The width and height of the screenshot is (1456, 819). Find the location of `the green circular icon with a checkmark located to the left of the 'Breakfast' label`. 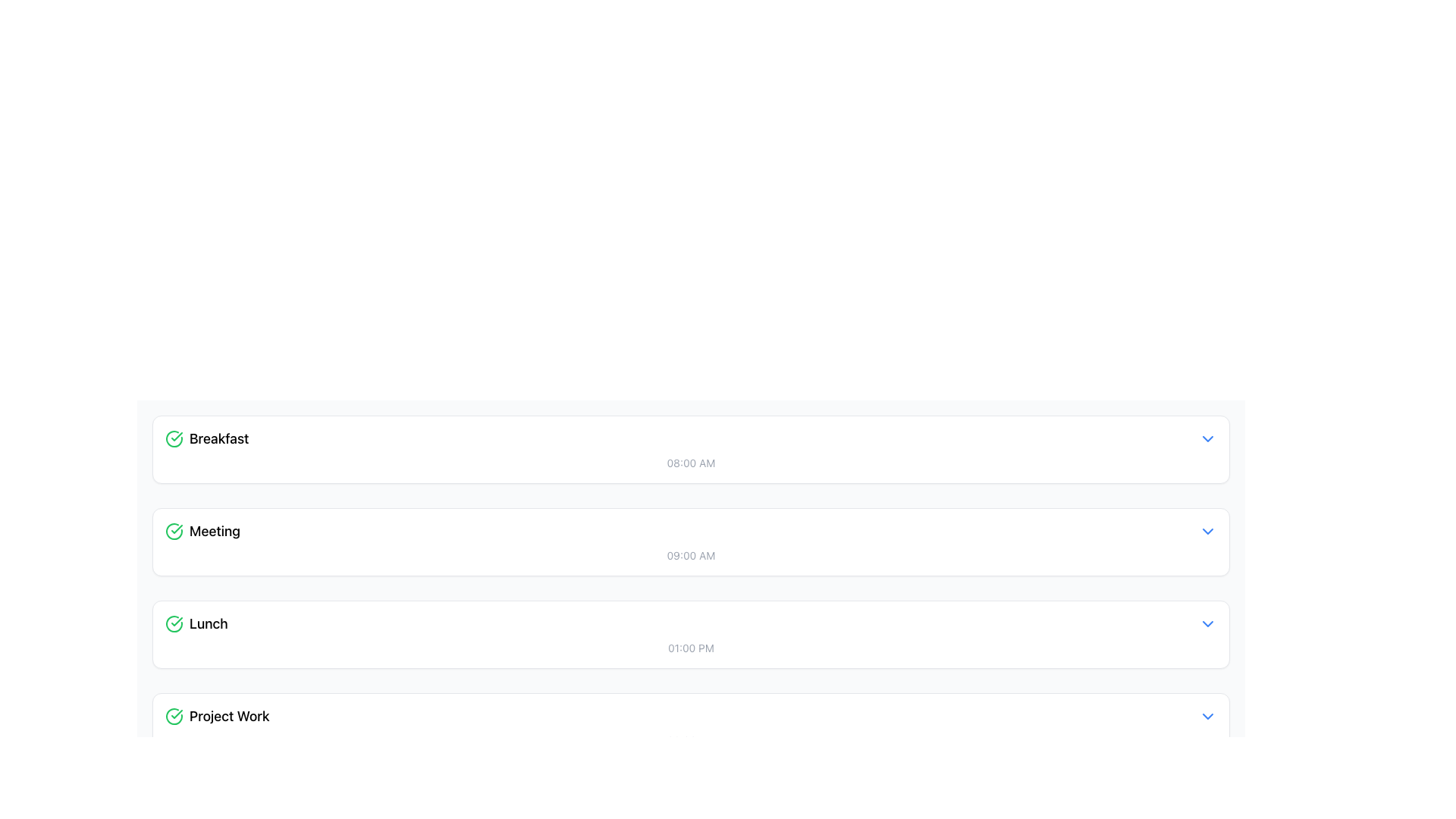

the green circular icon with a checkmark located to the left of the 'Breakfast' label is located at coordinates (174, 438).